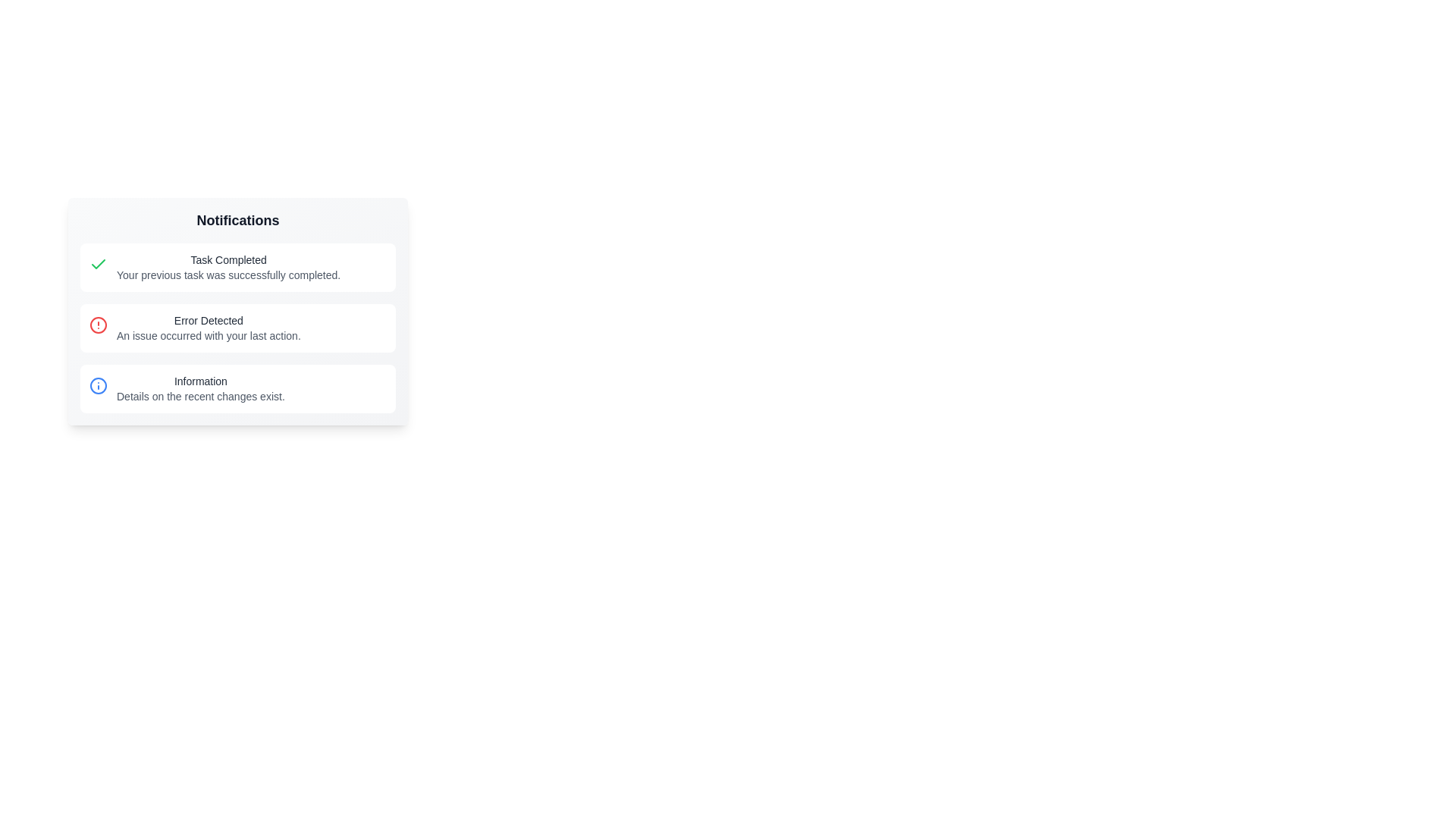  Describe the element at coordinates (199, 396) in the screenshot. I see `the text block stating 'Details on the recent changes exist.' located beneath the 'Information' heading in the notification panel` at that location.